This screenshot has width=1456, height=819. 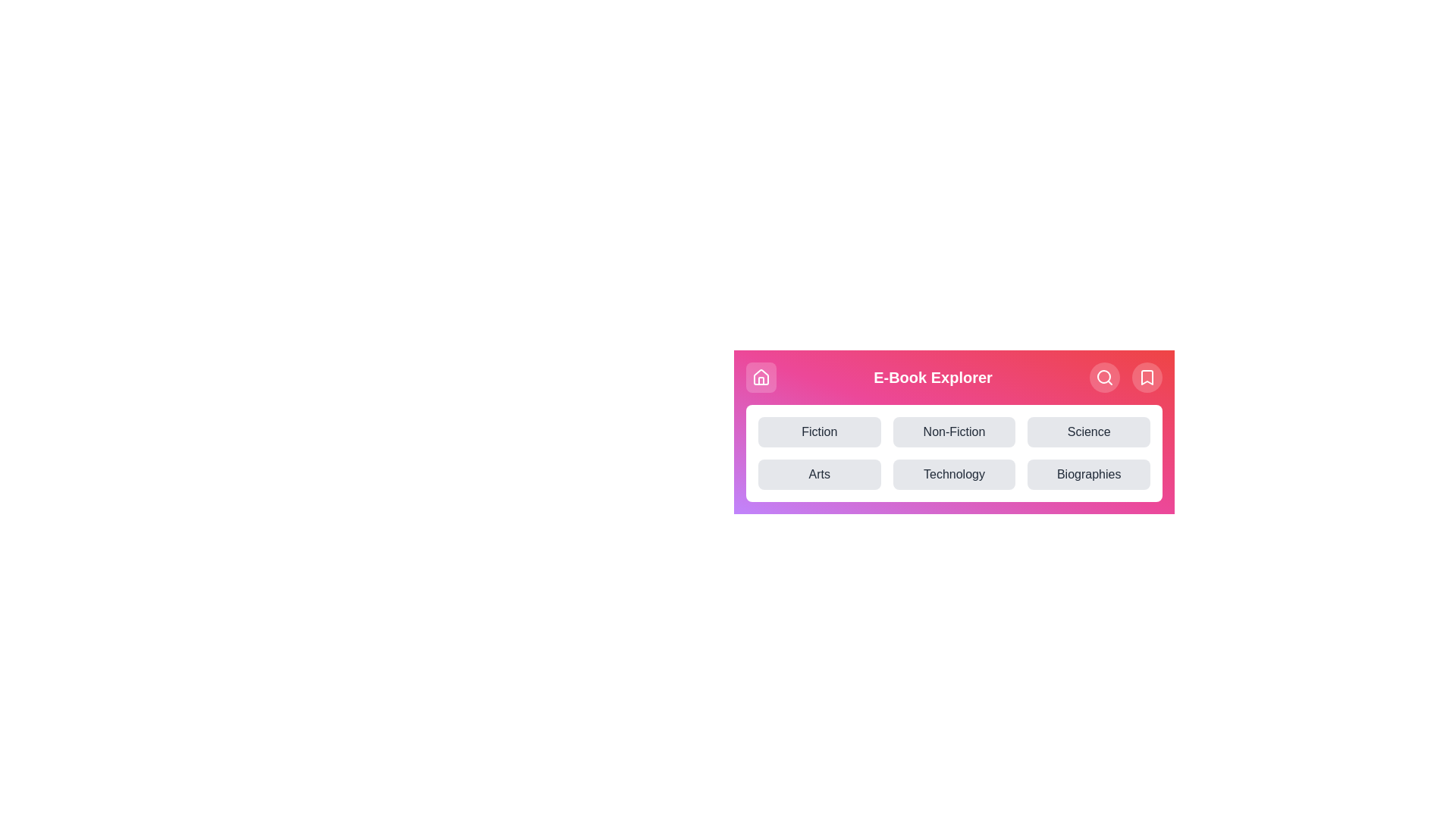 I want to click on the category button labeled Biographies, so click(x=1087, y=473).